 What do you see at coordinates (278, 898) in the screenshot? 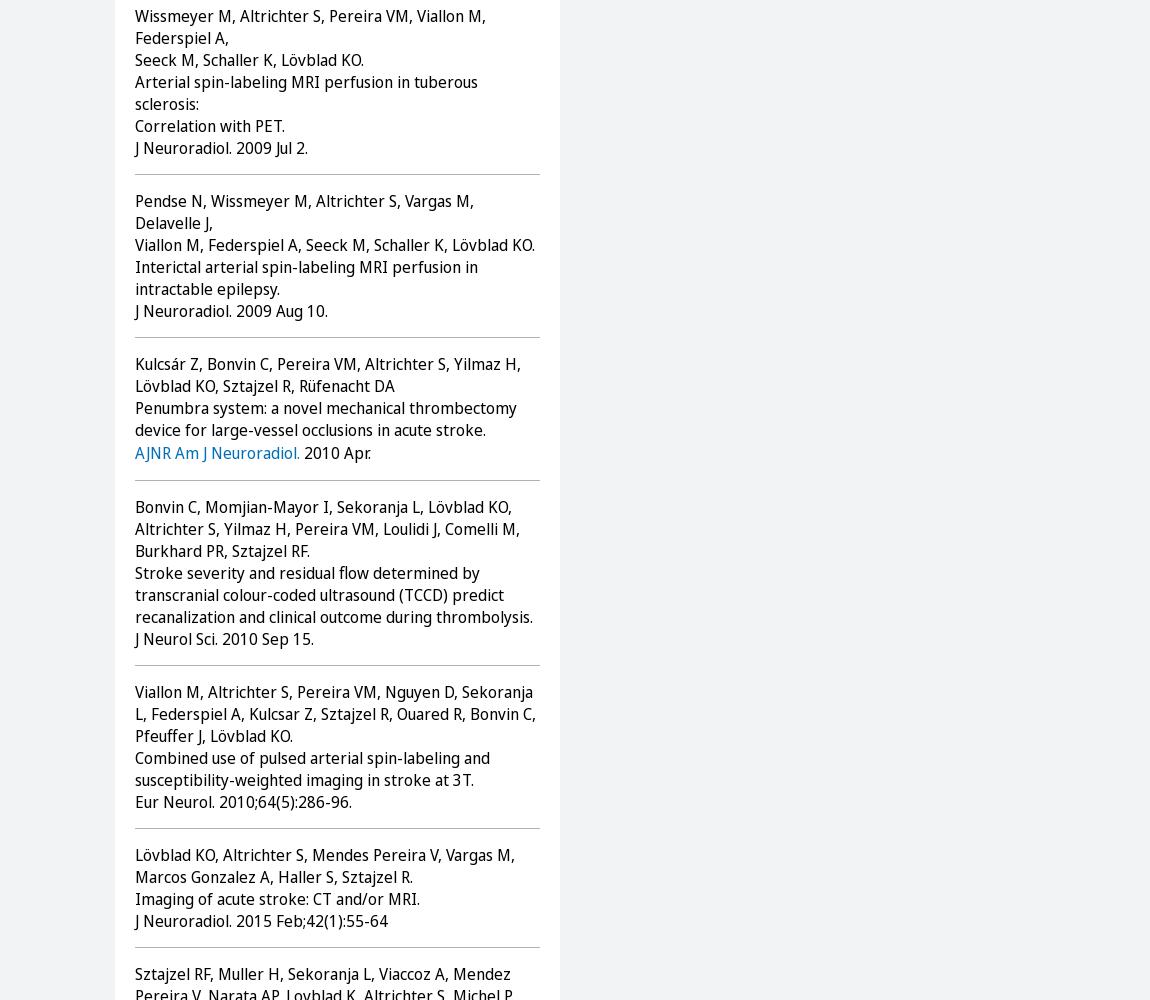
I see `'Imaging of acute stroke: CT and/or MRI.'` at bounding box center [278, 898].